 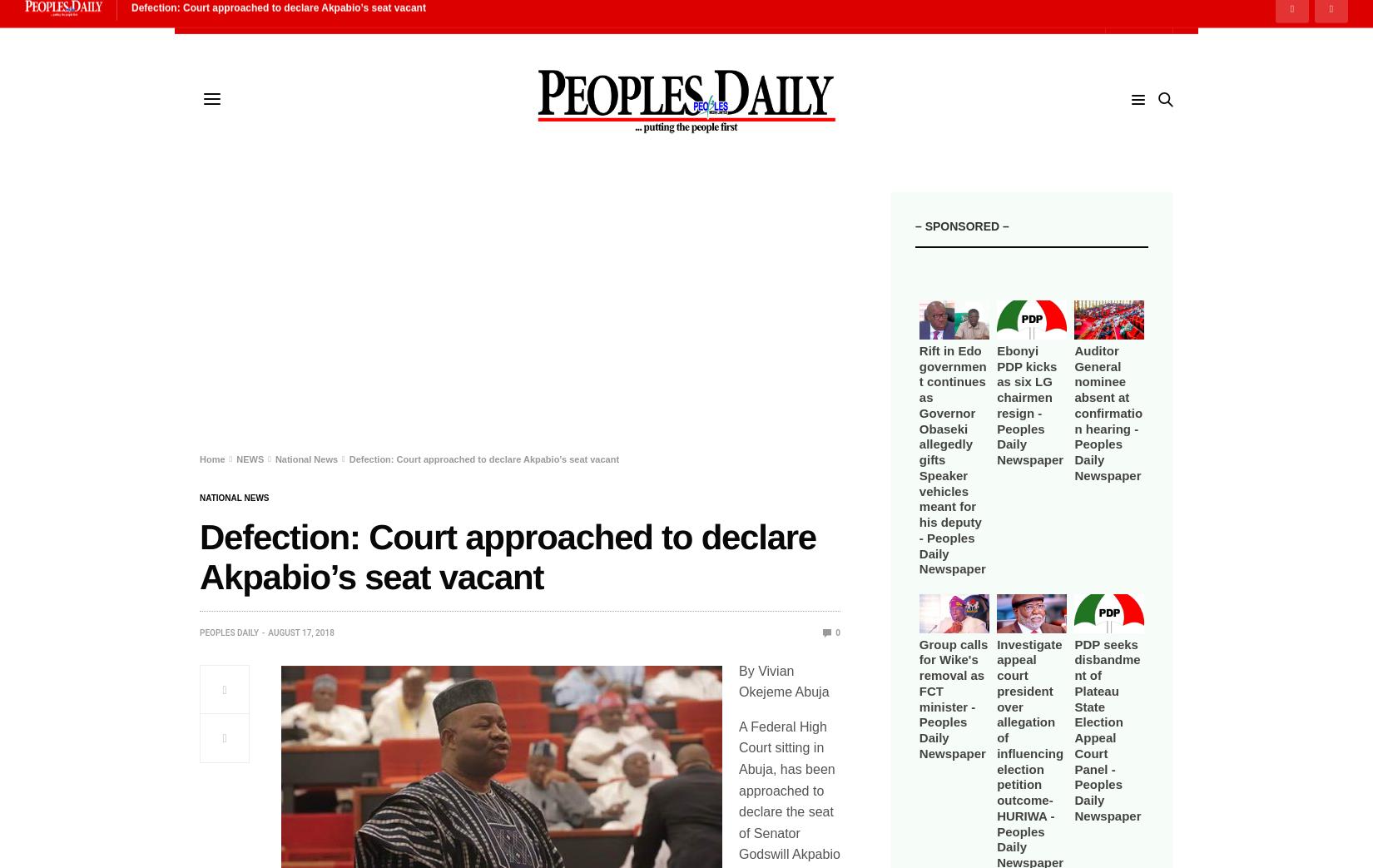 I want to click on 'By Vivian Okejeme Abuja', so click(x=783, y=680).